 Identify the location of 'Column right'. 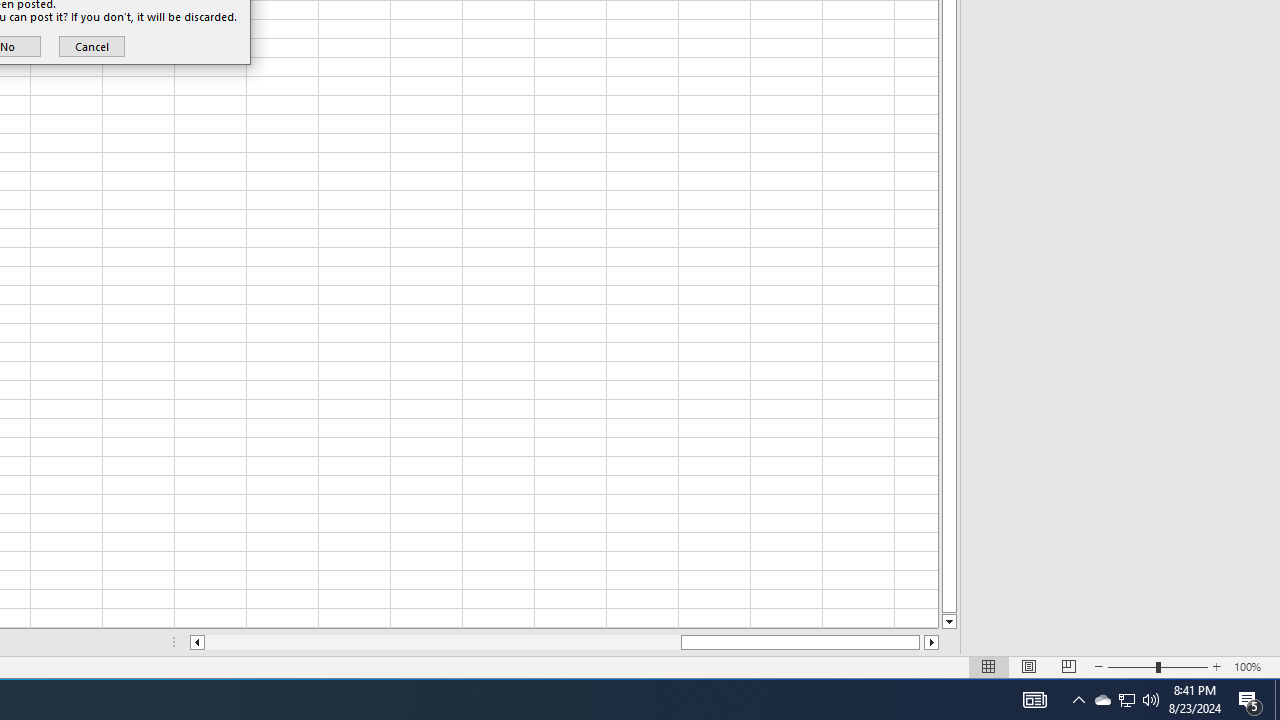
(931, 642).